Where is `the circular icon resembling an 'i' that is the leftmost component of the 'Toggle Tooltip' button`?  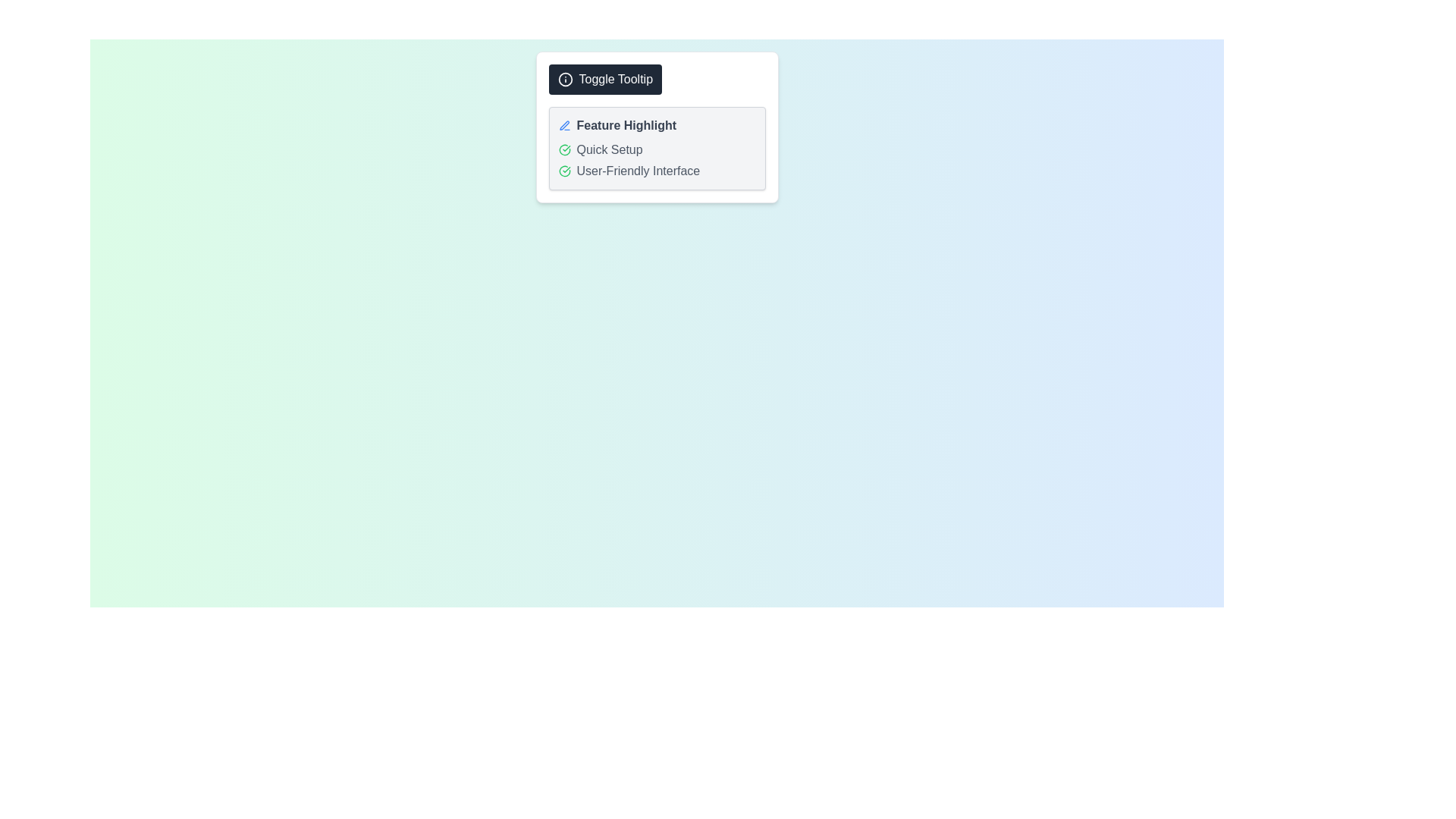
the circular icon resembling an 'i' that is the leftmost component of the 'Toggle Tooltip' button is located at coordinates (564, 79).